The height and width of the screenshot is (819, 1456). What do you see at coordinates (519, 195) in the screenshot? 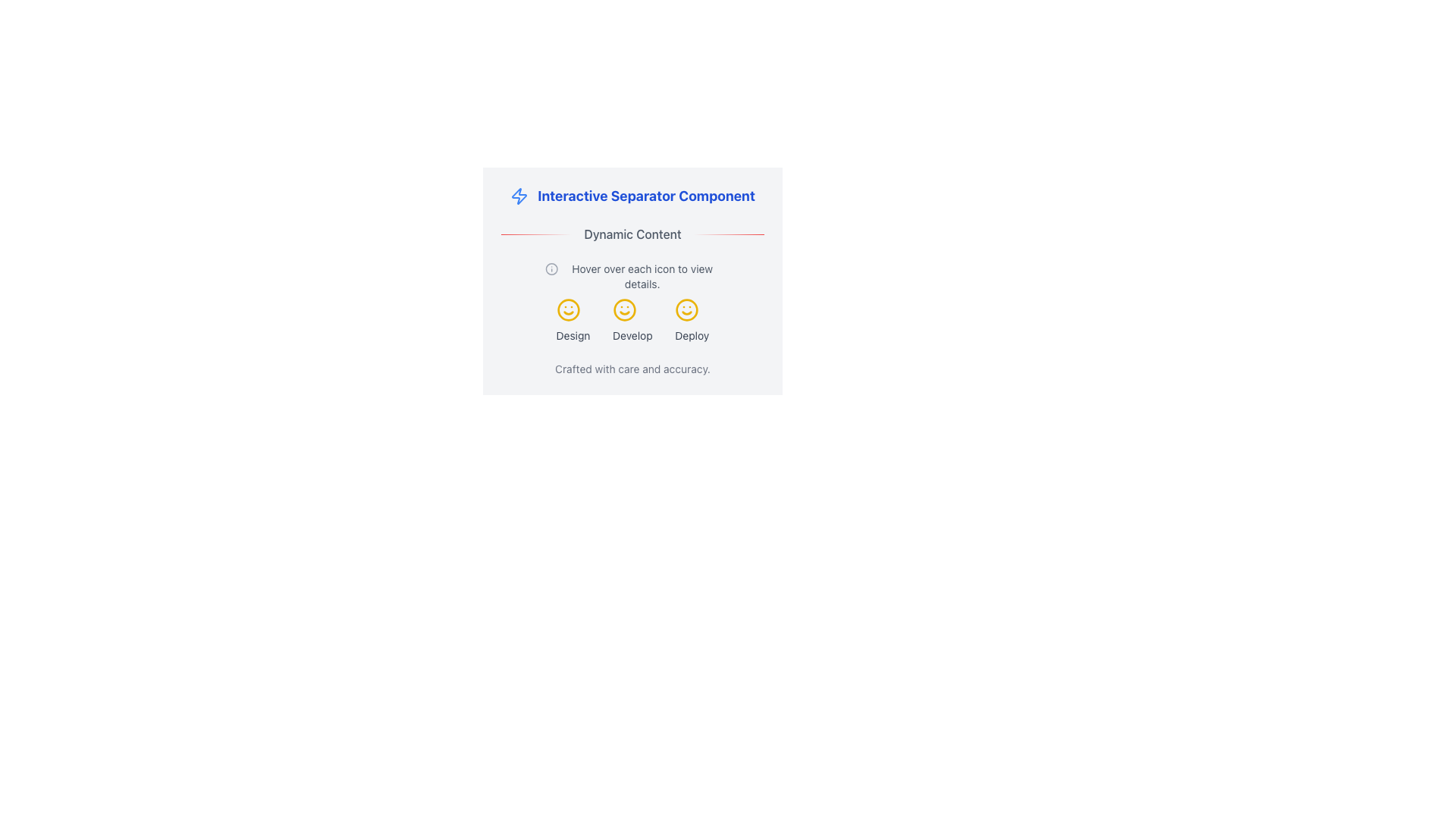
I see `the branding icon located to the left of the title text 'Interactive Separator Component'` at bounding box center [519, 195].